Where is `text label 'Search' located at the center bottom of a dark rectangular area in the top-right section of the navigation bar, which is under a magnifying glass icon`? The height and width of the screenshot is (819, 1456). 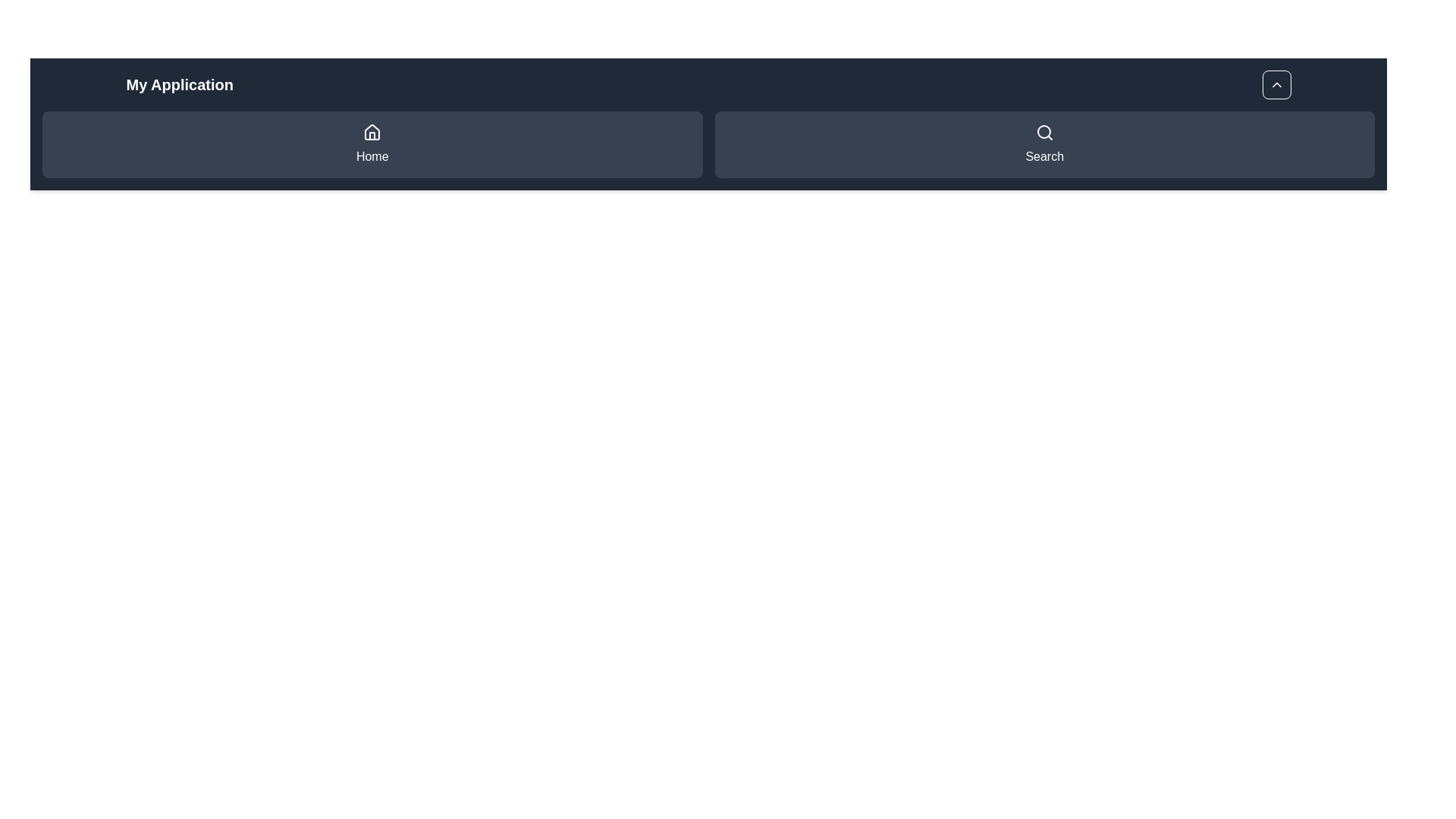 text label 'Search' located at the center bottom of a dark rectangular area in the top-right section of the navigation bar, which is under a magnifying glass icon is located at coordinates (1043, 157).